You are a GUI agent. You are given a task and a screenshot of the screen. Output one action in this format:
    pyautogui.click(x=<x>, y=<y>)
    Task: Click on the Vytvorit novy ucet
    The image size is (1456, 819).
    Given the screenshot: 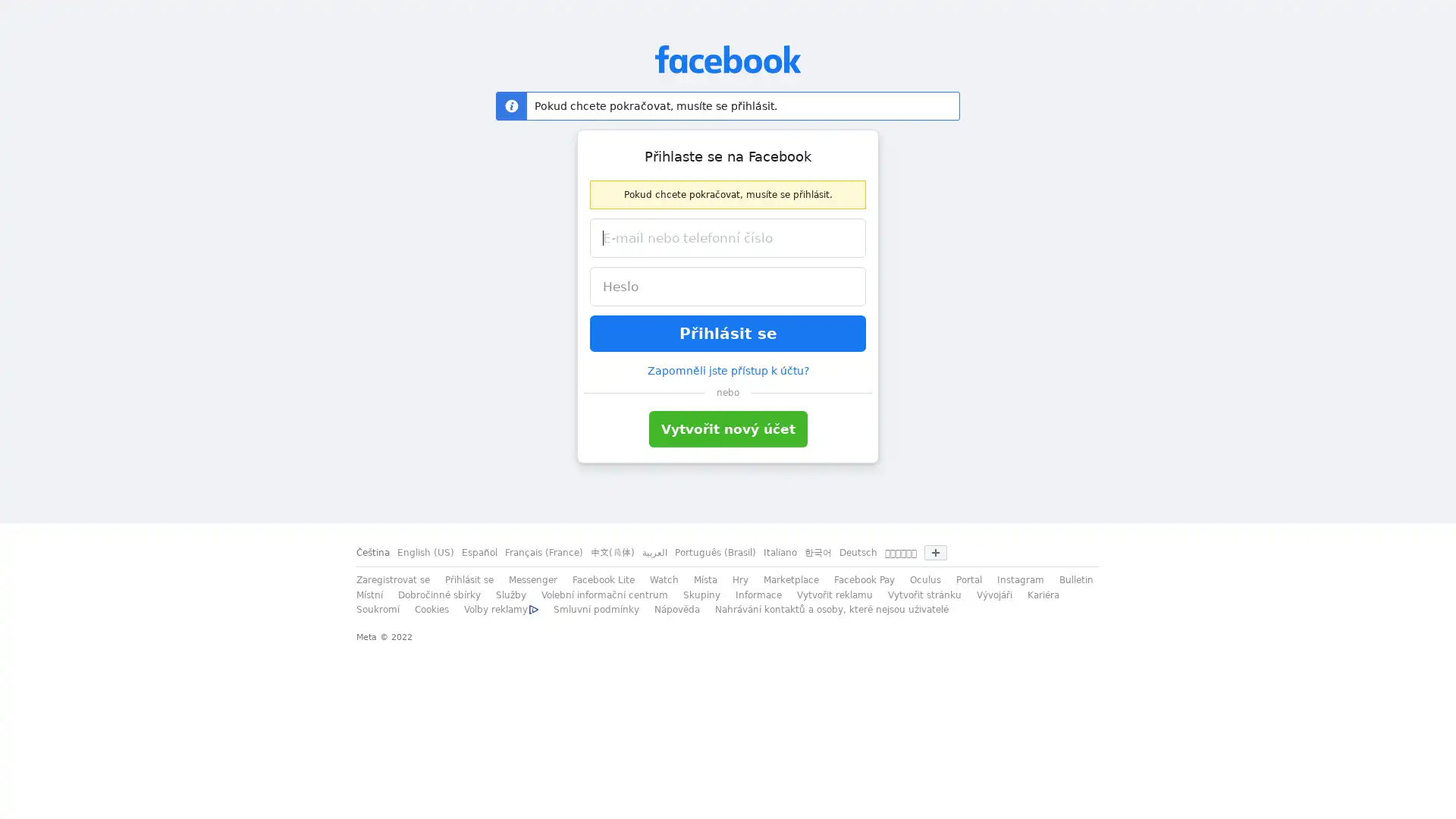 What is the action you would take?
    pyautogui.click(x=726, y=429)
    